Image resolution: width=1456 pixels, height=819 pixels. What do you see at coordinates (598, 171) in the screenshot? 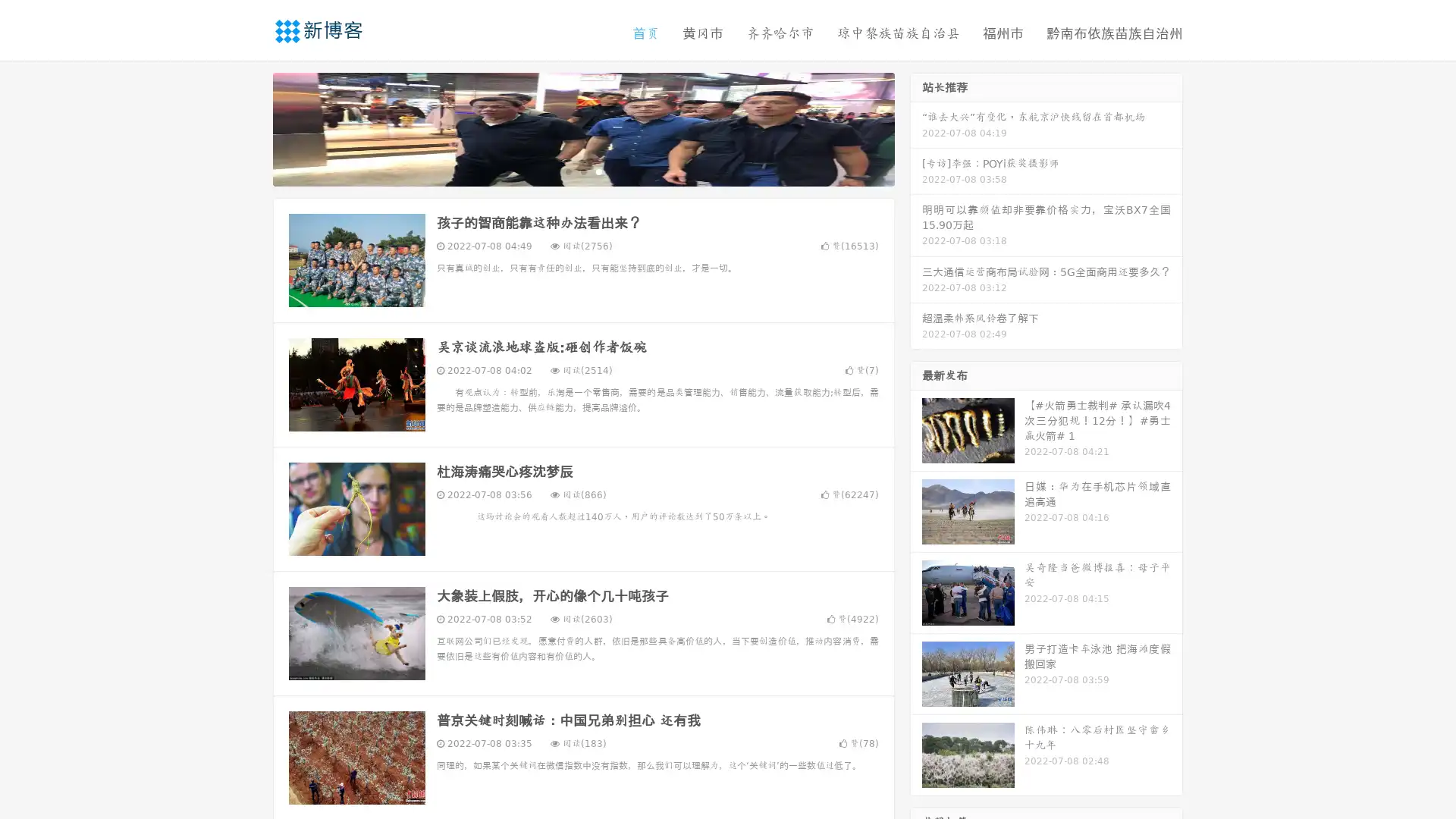
I see `Go to slide 3` at bounding box center [598, 171].